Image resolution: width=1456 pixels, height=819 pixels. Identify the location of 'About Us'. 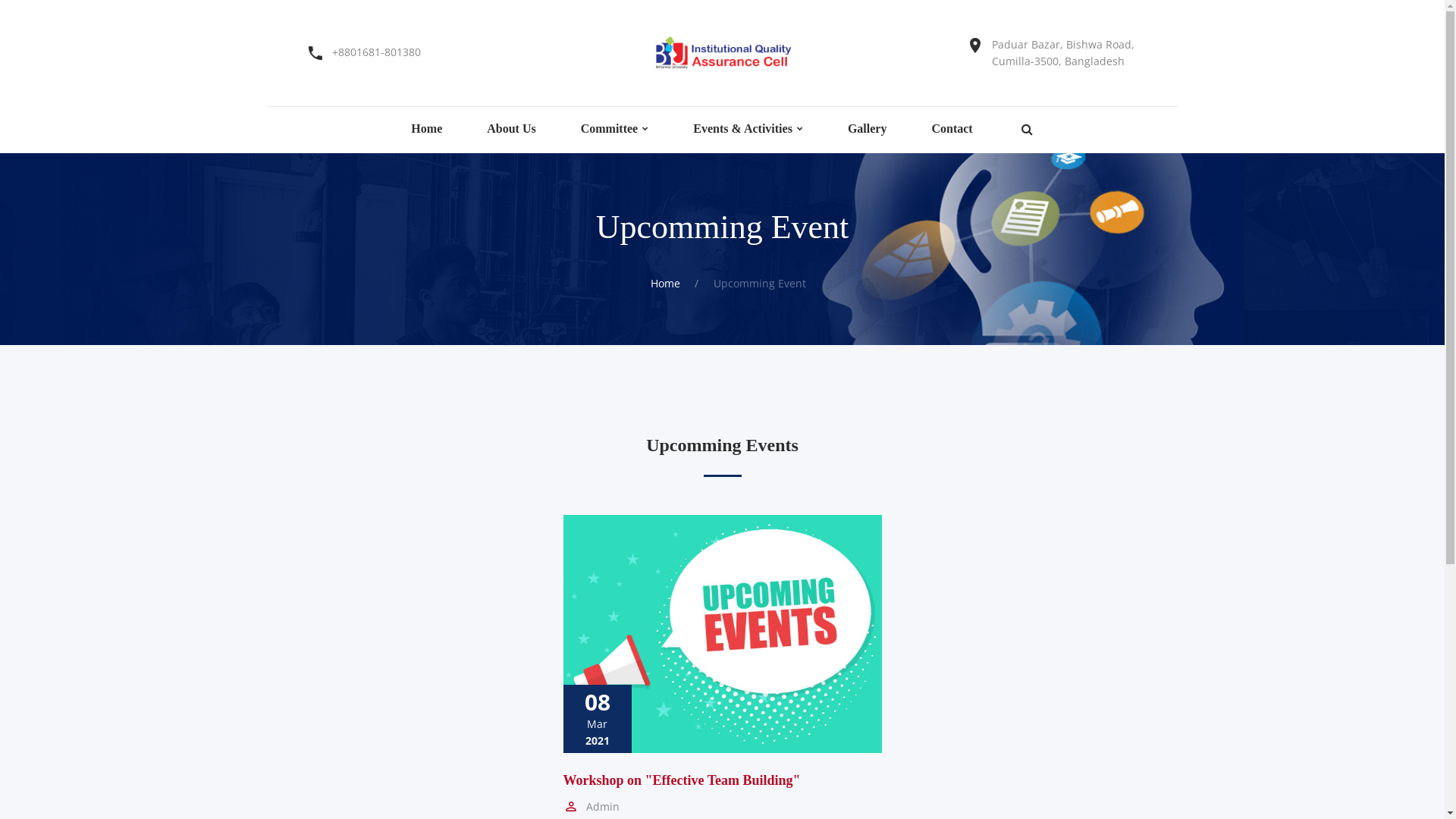
(487, 127).